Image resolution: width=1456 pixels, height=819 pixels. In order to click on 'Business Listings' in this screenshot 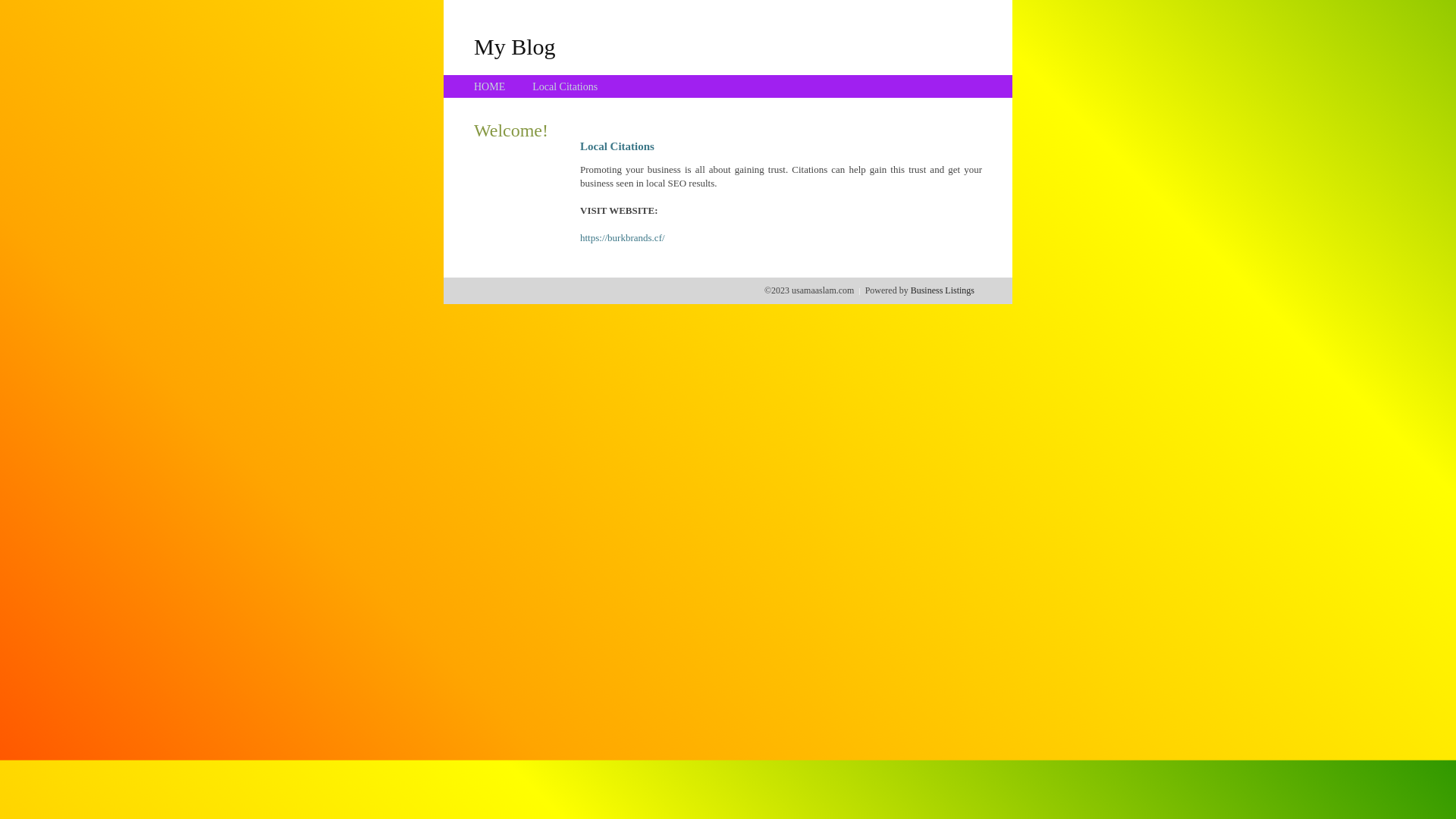, I will do `click(942, 290)`.